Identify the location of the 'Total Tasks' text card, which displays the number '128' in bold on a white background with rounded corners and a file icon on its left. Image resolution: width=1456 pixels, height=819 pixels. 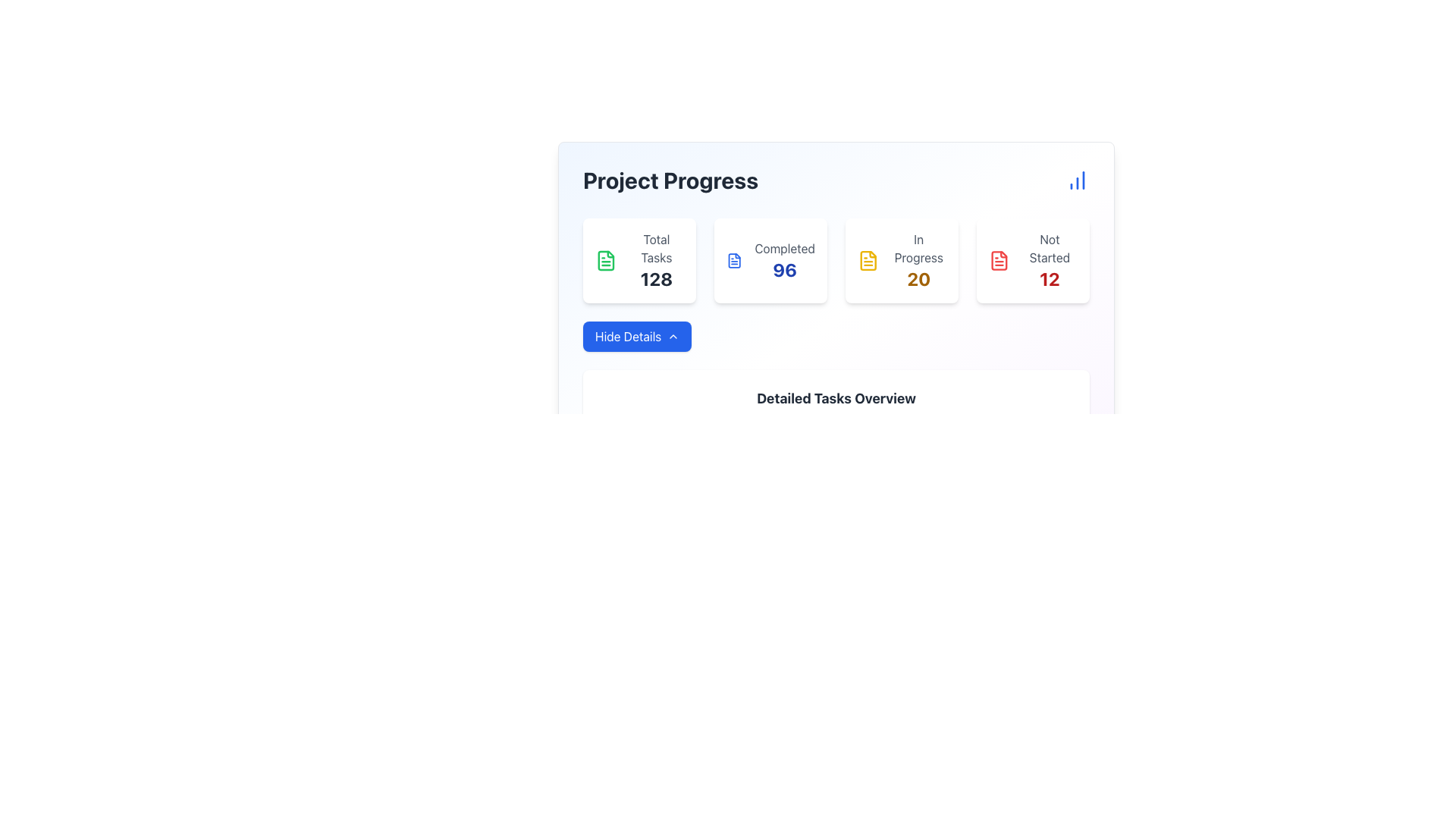
(656, 259).